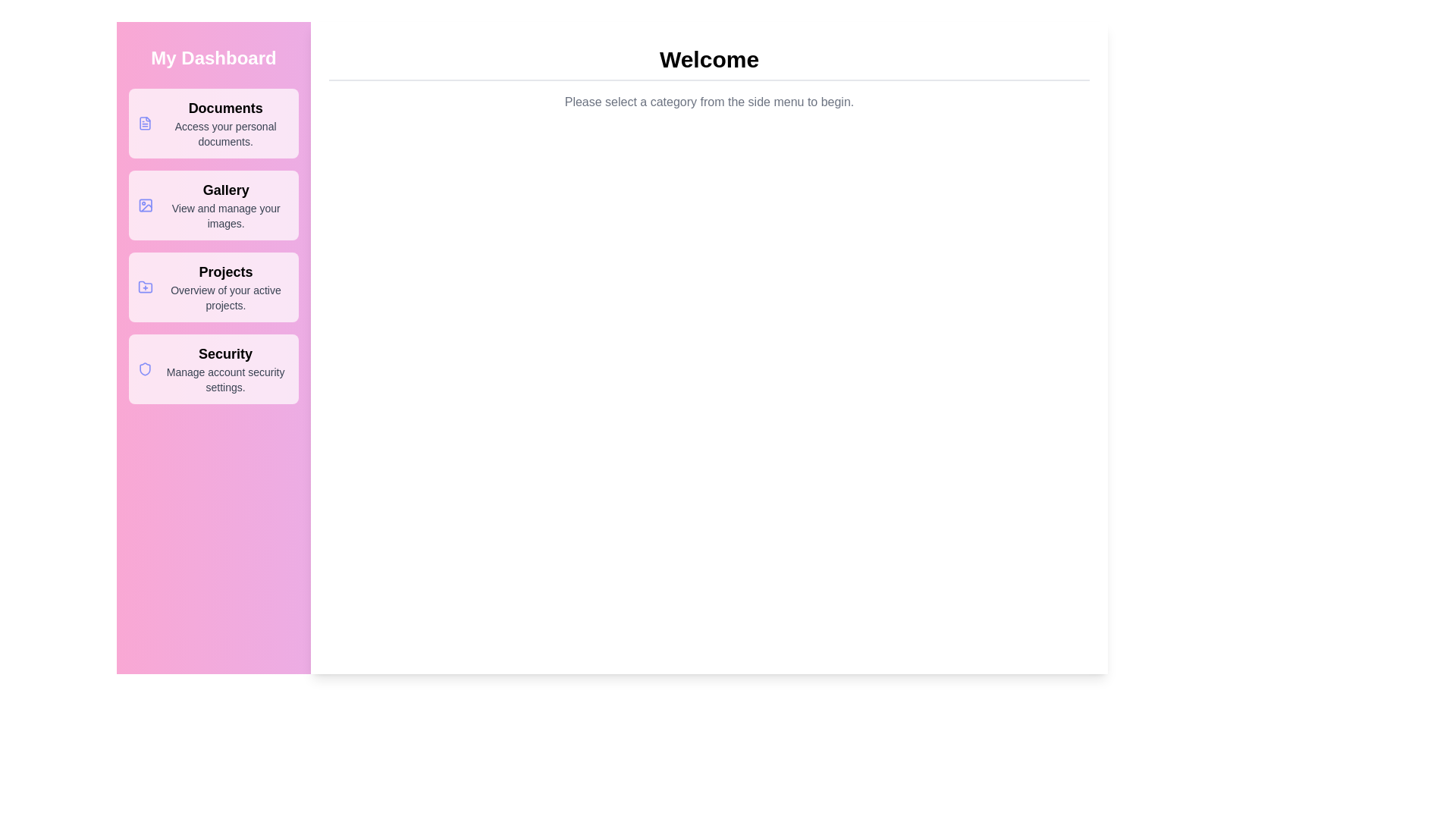 The height and width of the screenshot is (819, 1456). What do you see at coordinates (213, 287) in the screenshot?
I see `the menu option Projects from the available options` at bounding box center [213, 287].